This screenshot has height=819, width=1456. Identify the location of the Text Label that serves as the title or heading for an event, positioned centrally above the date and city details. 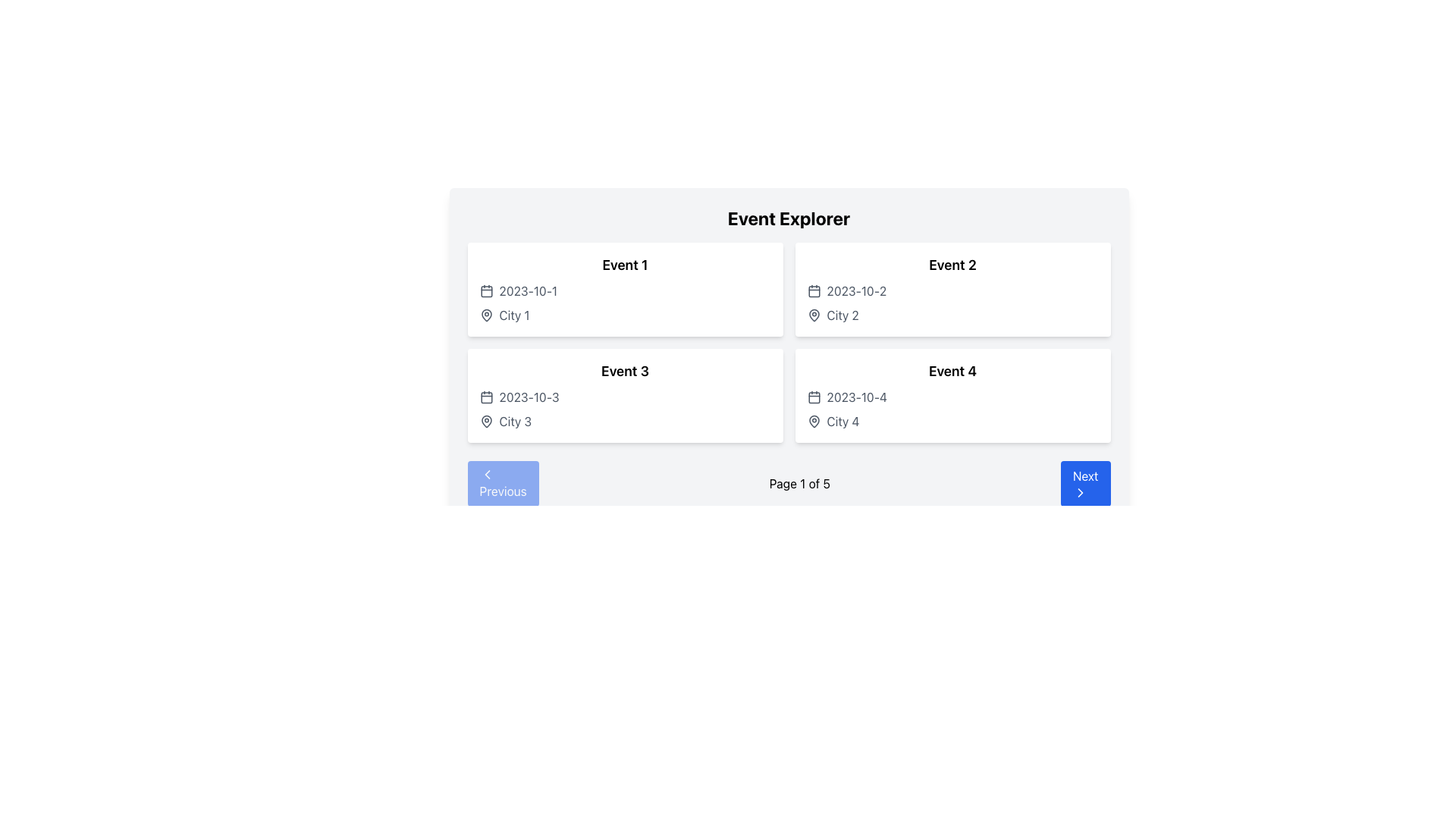
(625, 265).